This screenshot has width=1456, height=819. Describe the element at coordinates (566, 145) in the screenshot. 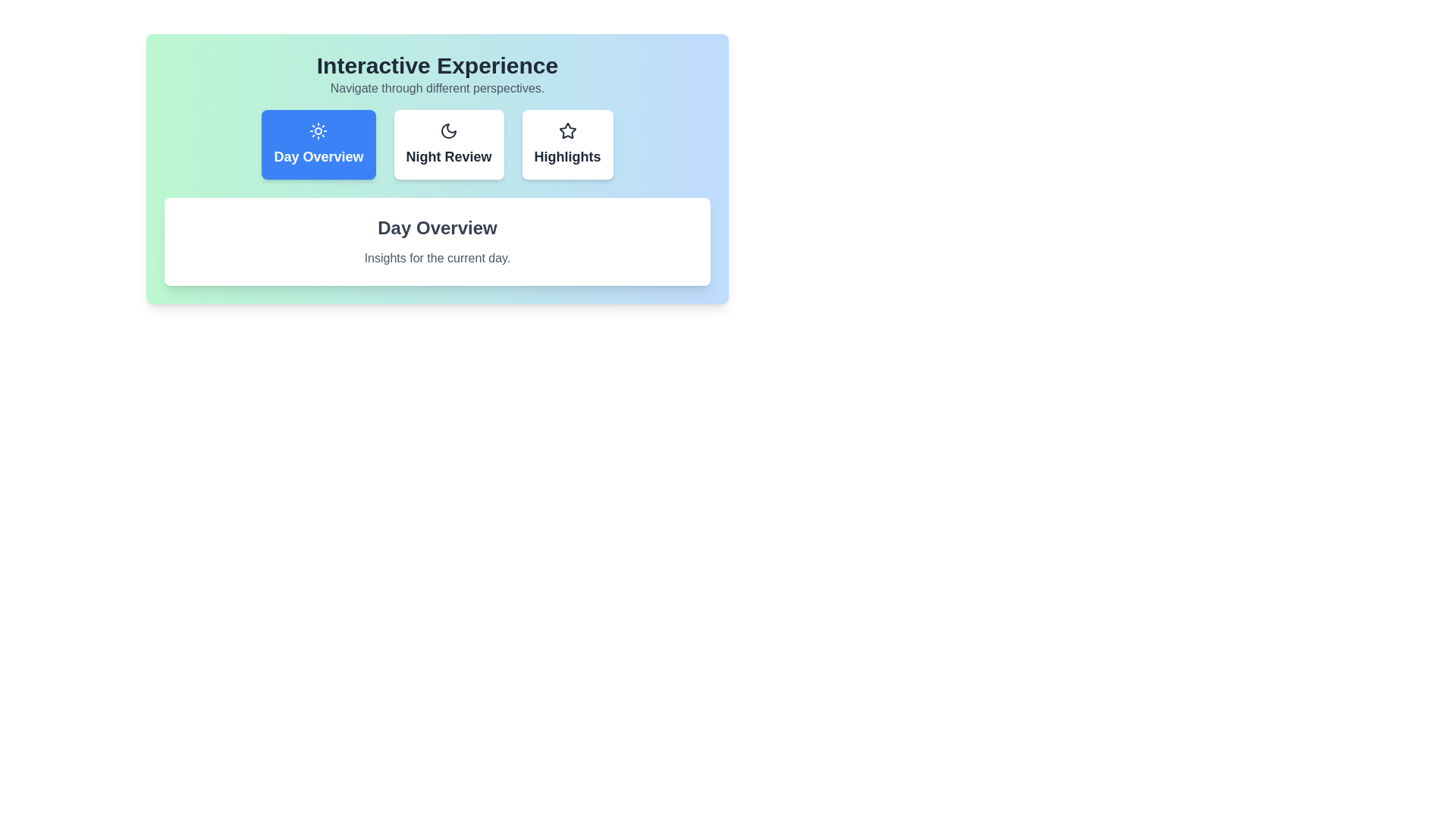

I see `the Highlights tab to switch to its content` at that location.